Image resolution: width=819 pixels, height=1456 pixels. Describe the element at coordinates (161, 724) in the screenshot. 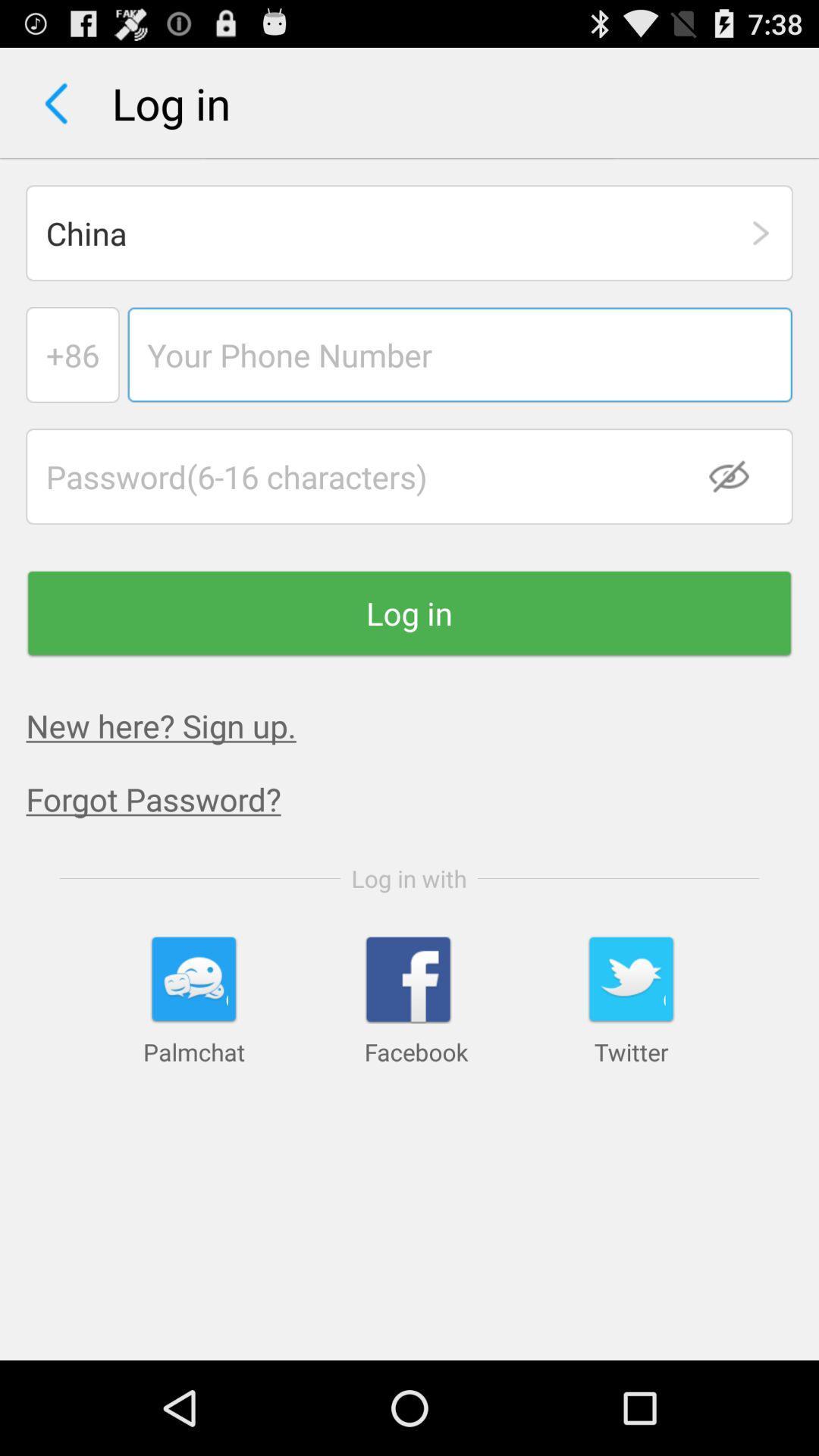

I see `new here sign item` at that location.